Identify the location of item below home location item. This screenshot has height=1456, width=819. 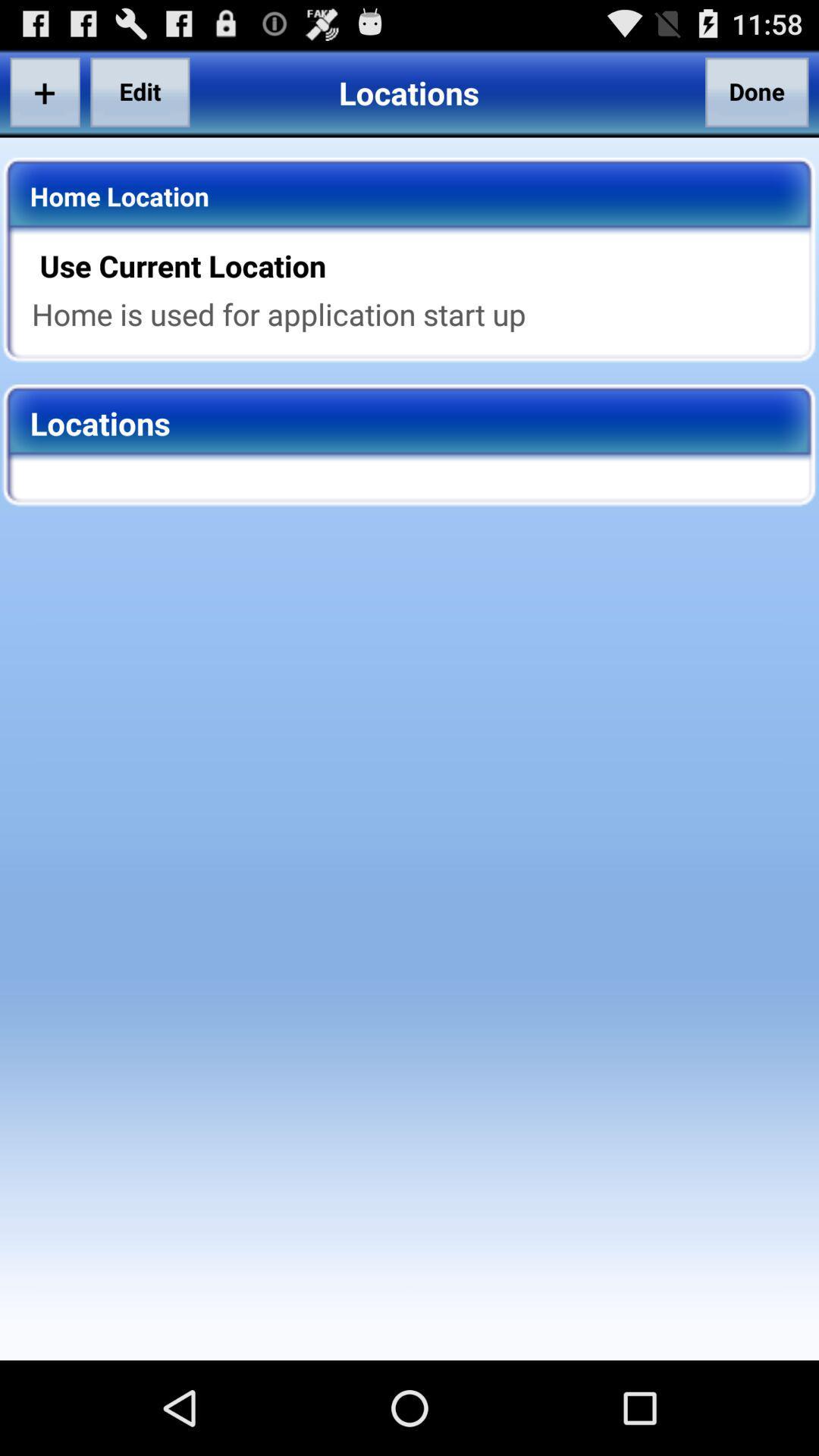
(419, 265).